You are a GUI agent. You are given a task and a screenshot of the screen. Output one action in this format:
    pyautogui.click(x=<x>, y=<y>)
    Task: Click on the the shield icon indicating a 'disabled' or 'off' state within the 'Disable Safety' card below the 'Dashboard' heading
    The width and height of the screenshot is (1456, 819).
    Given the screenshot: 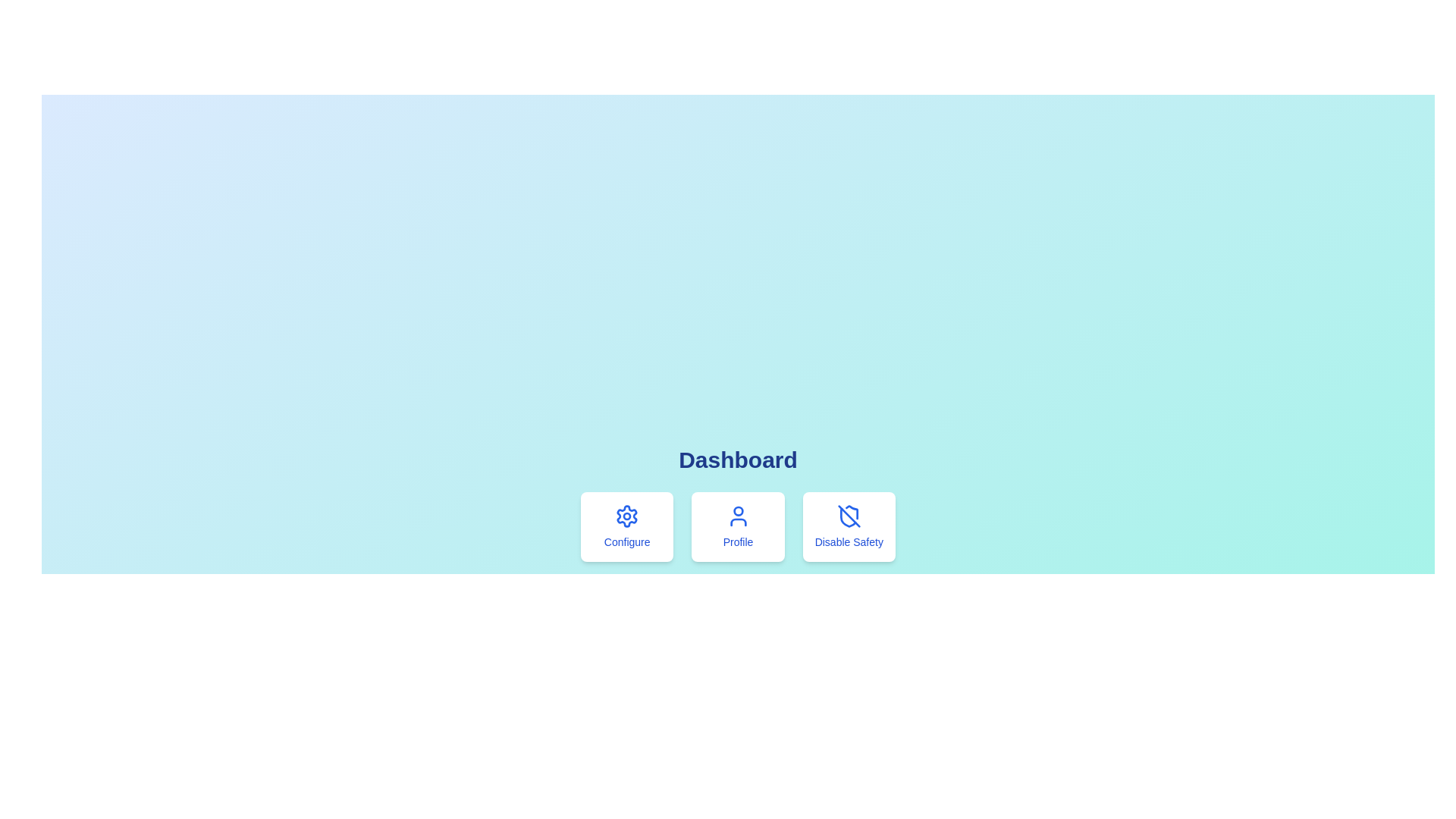 What is the action you would take?
    pyautogui.click(x=848, y=516)
    